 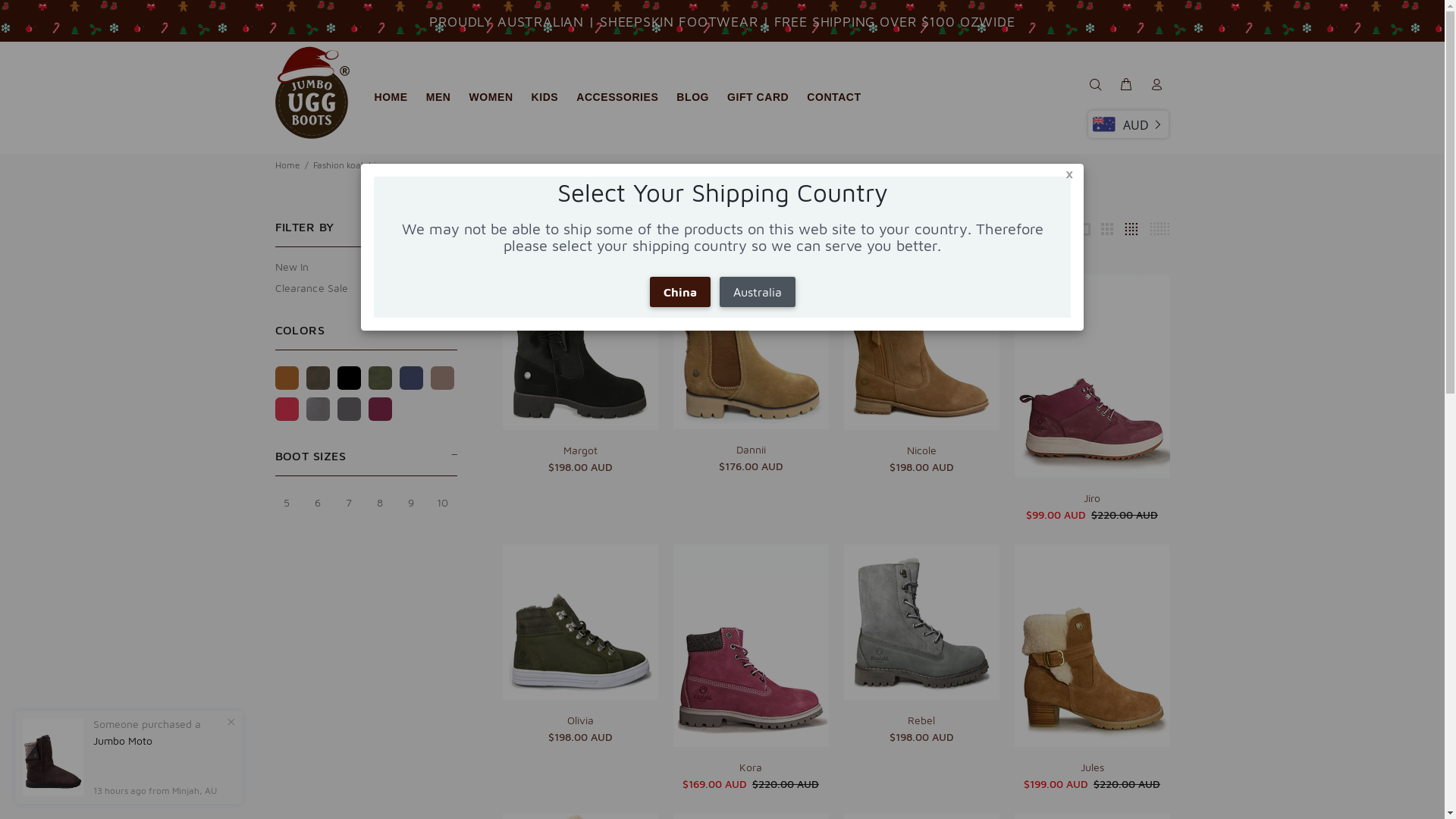 I want to click on '8', so click(x=368, y=503).